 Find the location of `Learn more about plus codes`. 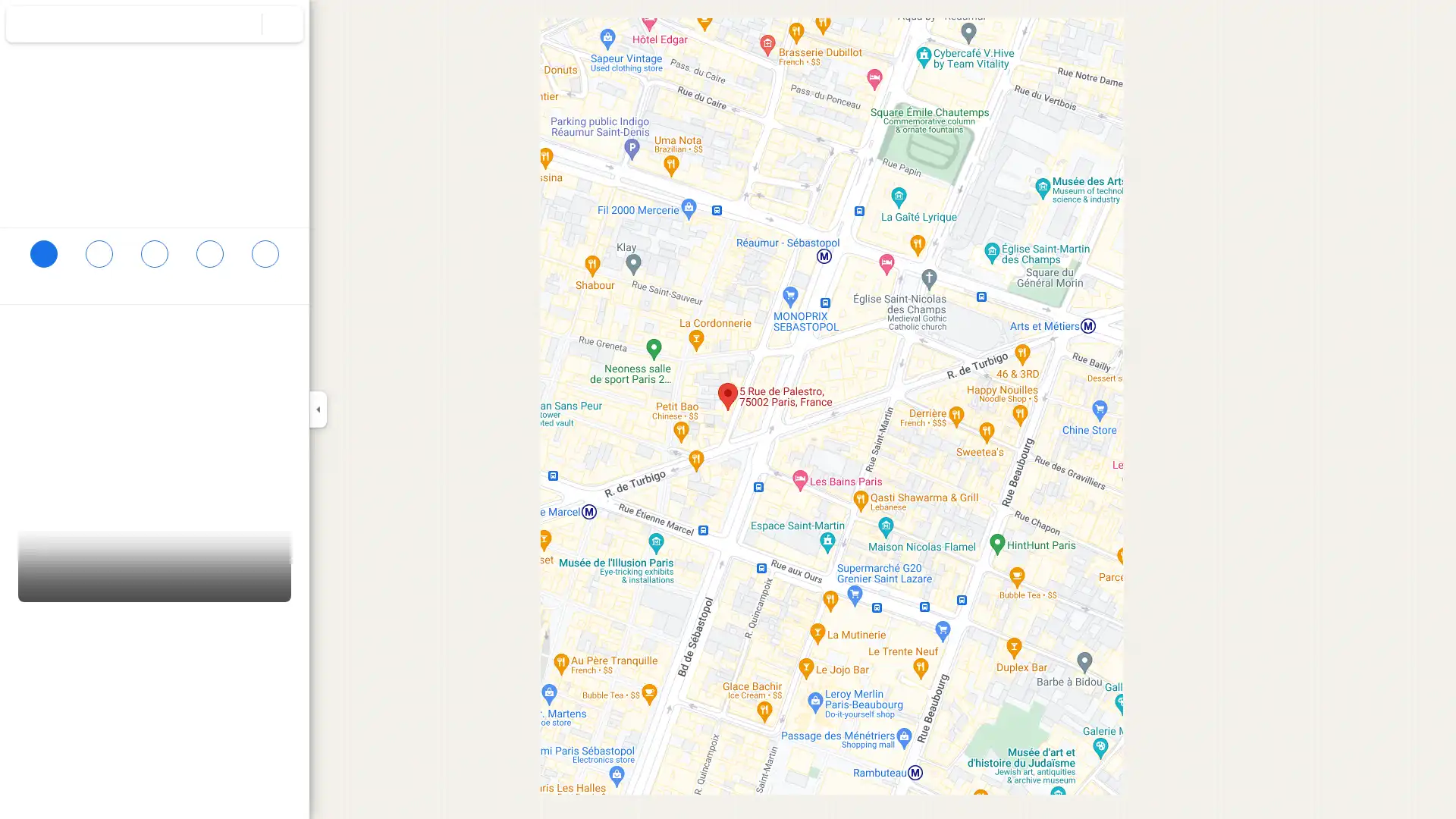

Learn more about plus codes is located at coordinates (290, 362).